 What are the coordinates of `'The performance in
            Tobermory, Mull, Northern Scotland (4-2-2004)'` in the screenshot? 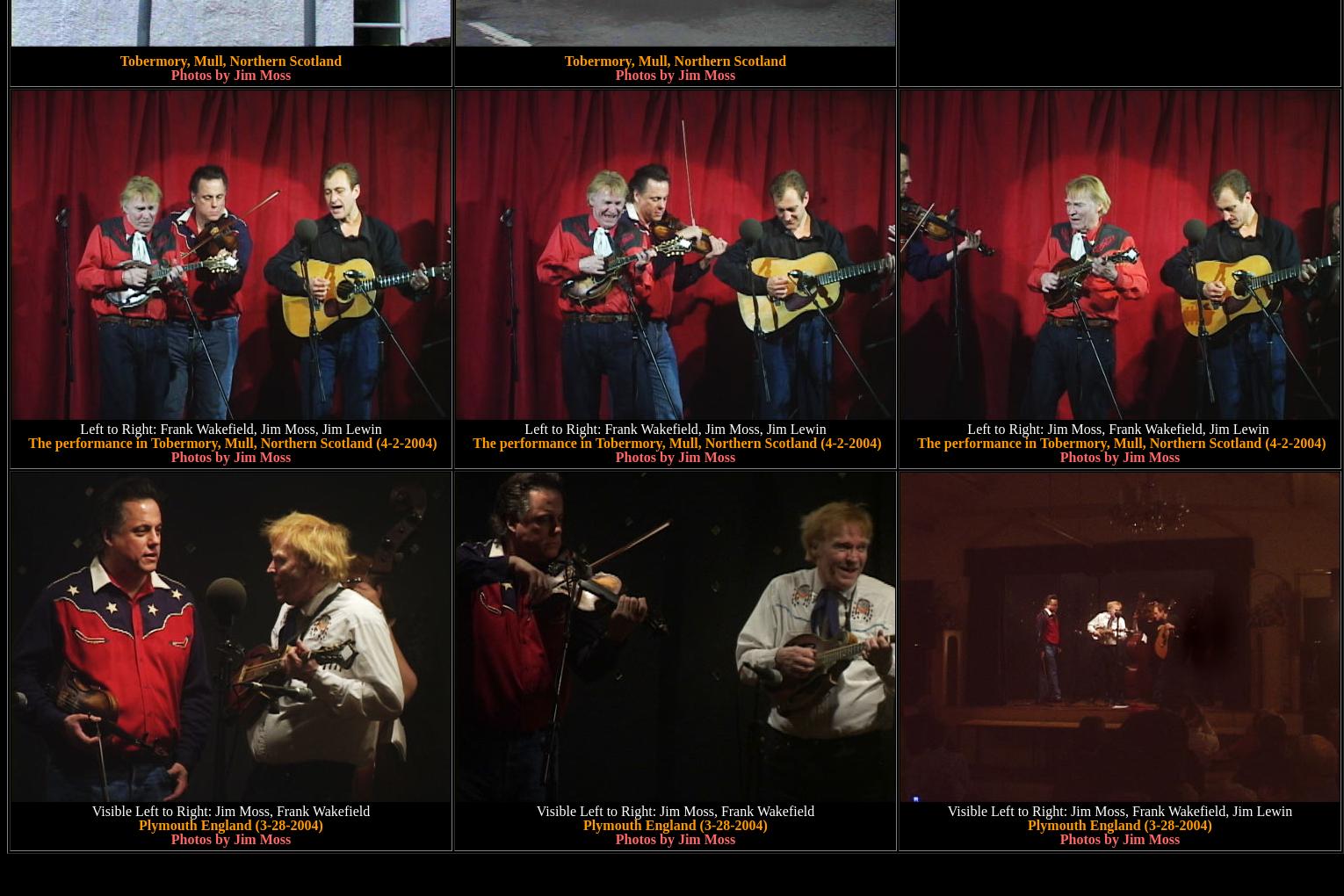 It's located at (675, 443).